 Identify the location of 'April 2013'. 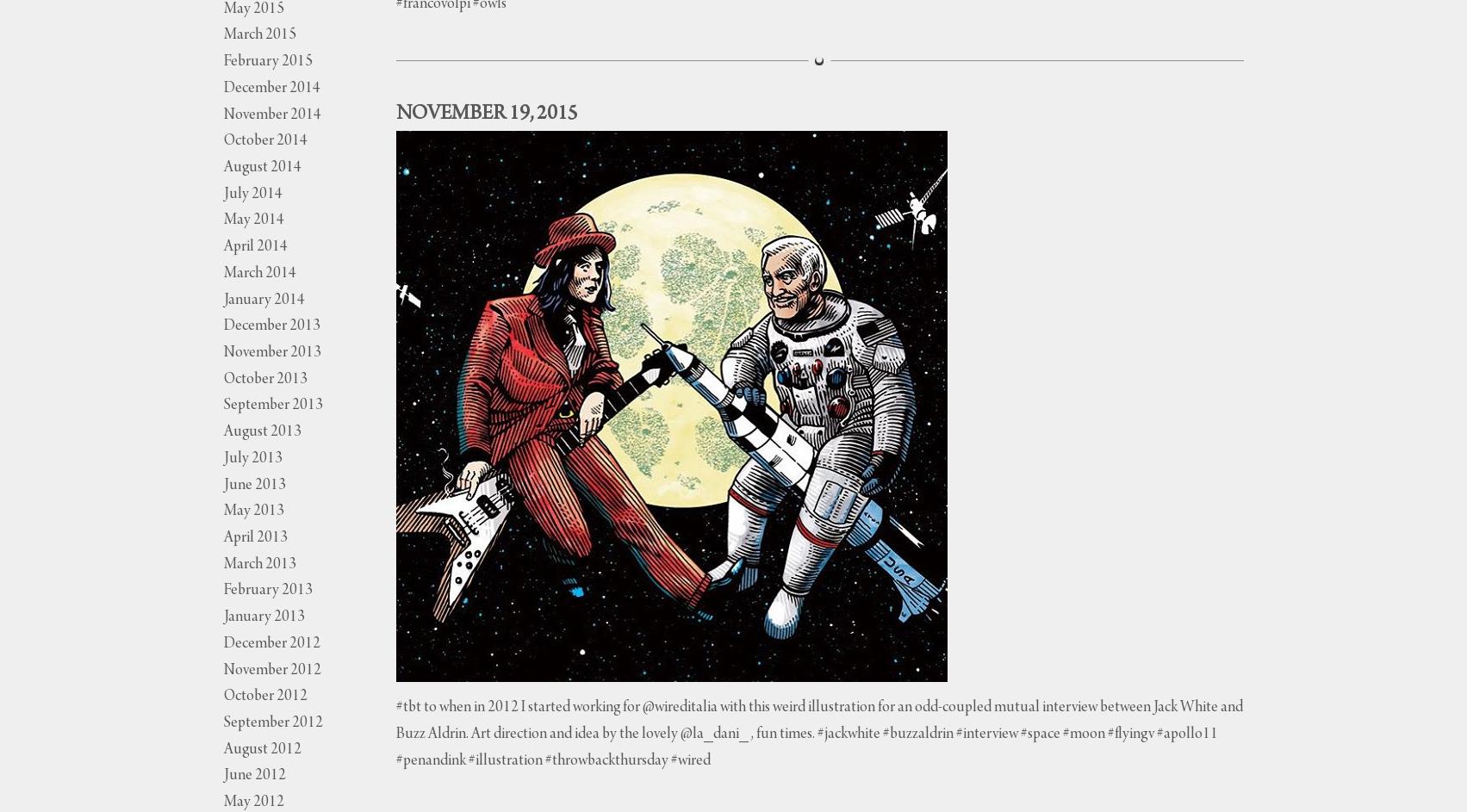
(253, 537).